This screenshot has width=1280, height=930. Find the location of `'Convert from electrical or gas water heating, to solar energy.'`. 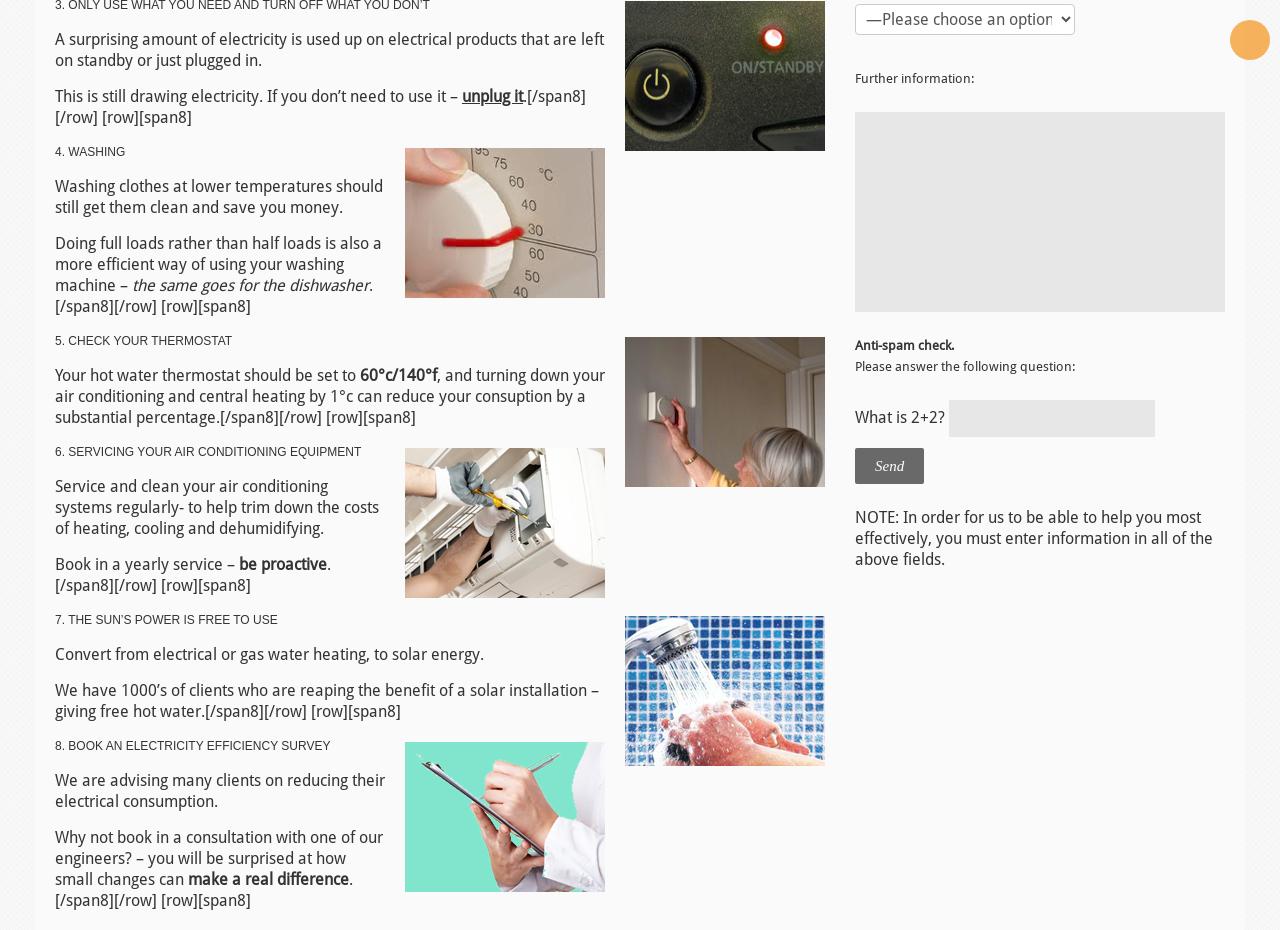

'Convert from electrical or gas water heating, to solar energy.' is located at coordinates (268, 652).